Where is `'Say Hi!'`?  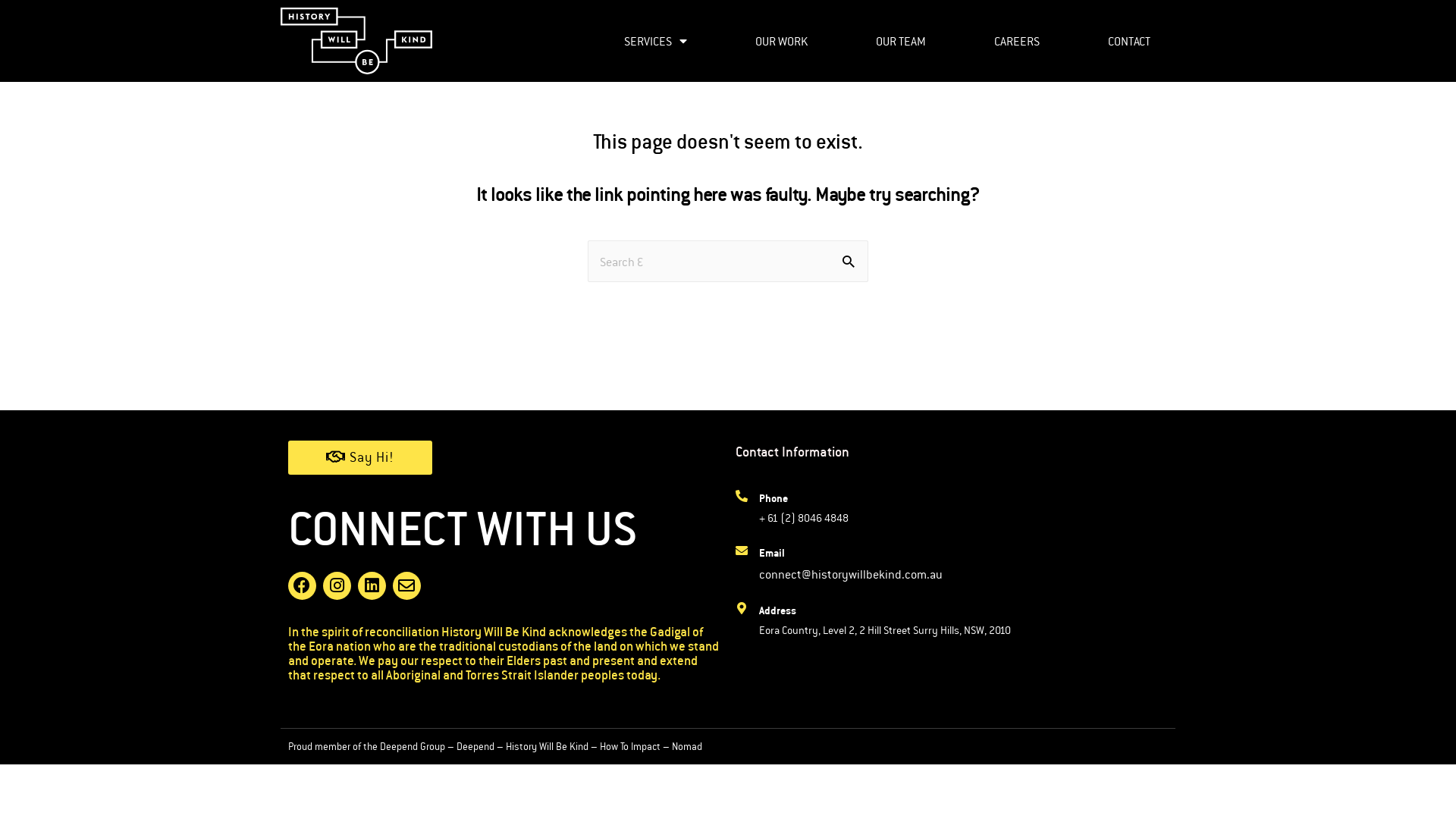 'Say Hi!' is located at coordinates (287, 457).